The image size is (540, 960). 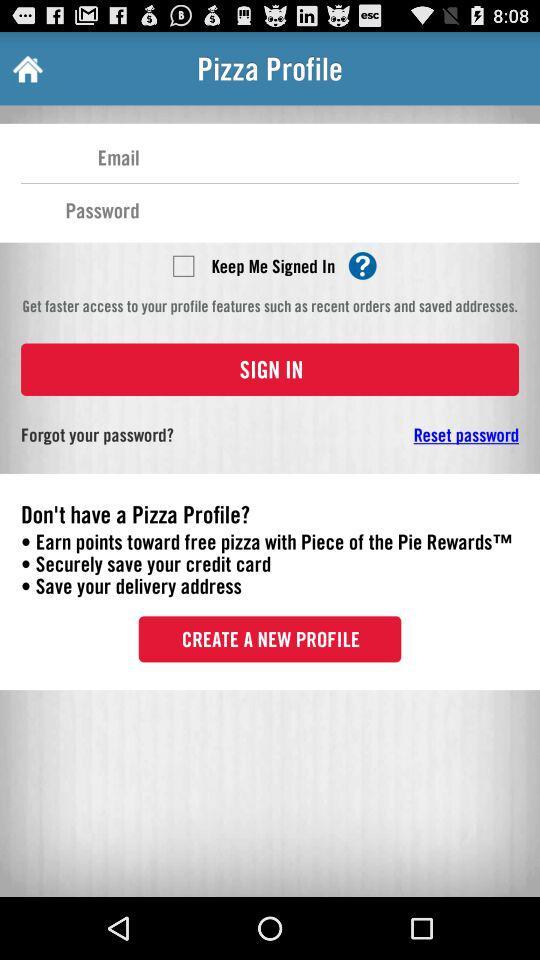 I want to click on keep user signed in to account, so click(x=183, y=264).